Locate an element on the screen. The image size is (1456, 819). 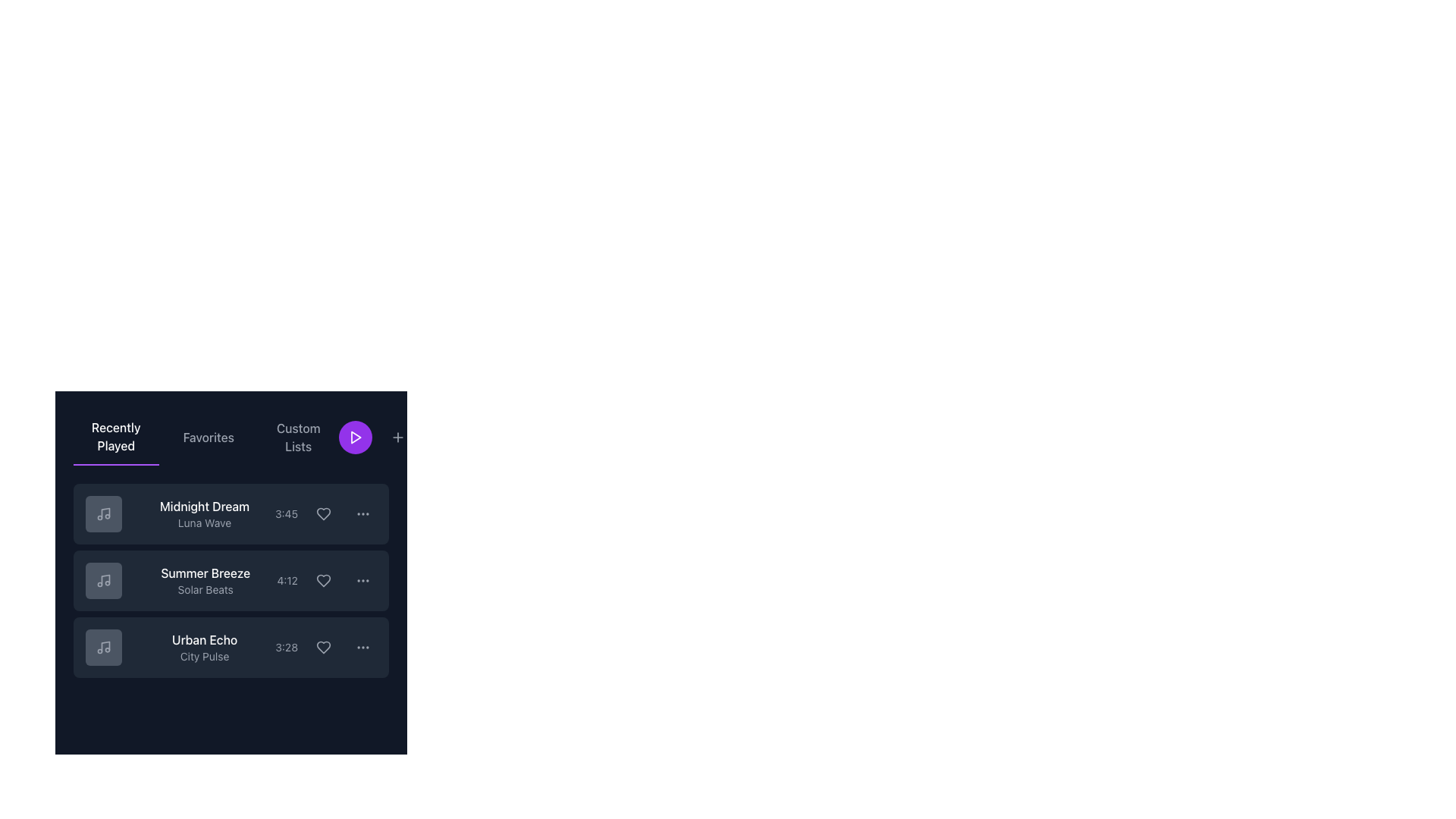
the text label displaying 'Urban Echo' in white font, which is located in the third list item under the 'Recently Played' section, above the subtitle 'City Pulse' is located at coordinates (204, 640).